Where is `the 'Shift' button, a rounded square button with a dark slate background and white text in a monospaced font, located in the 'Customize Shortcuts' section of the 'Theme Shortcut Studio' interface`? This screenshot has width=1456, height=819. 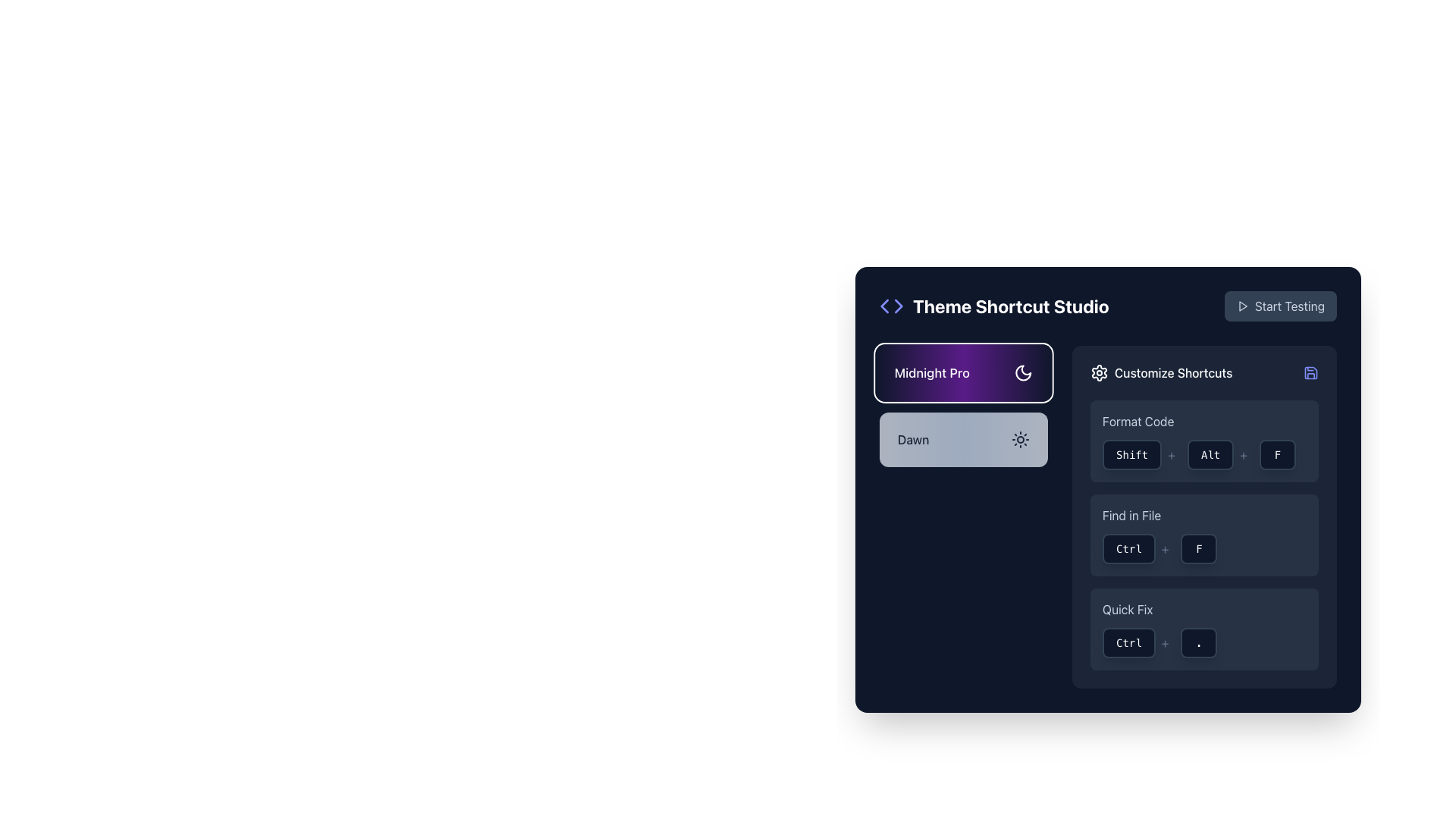 the 'Shift' button, a rounded square button with a dark slate background and white text in a monospaced font, located in the 'Customize Shortcuts' section of the 'Theme Shortcut Studio' interface is located at coordinates (1131, 454).